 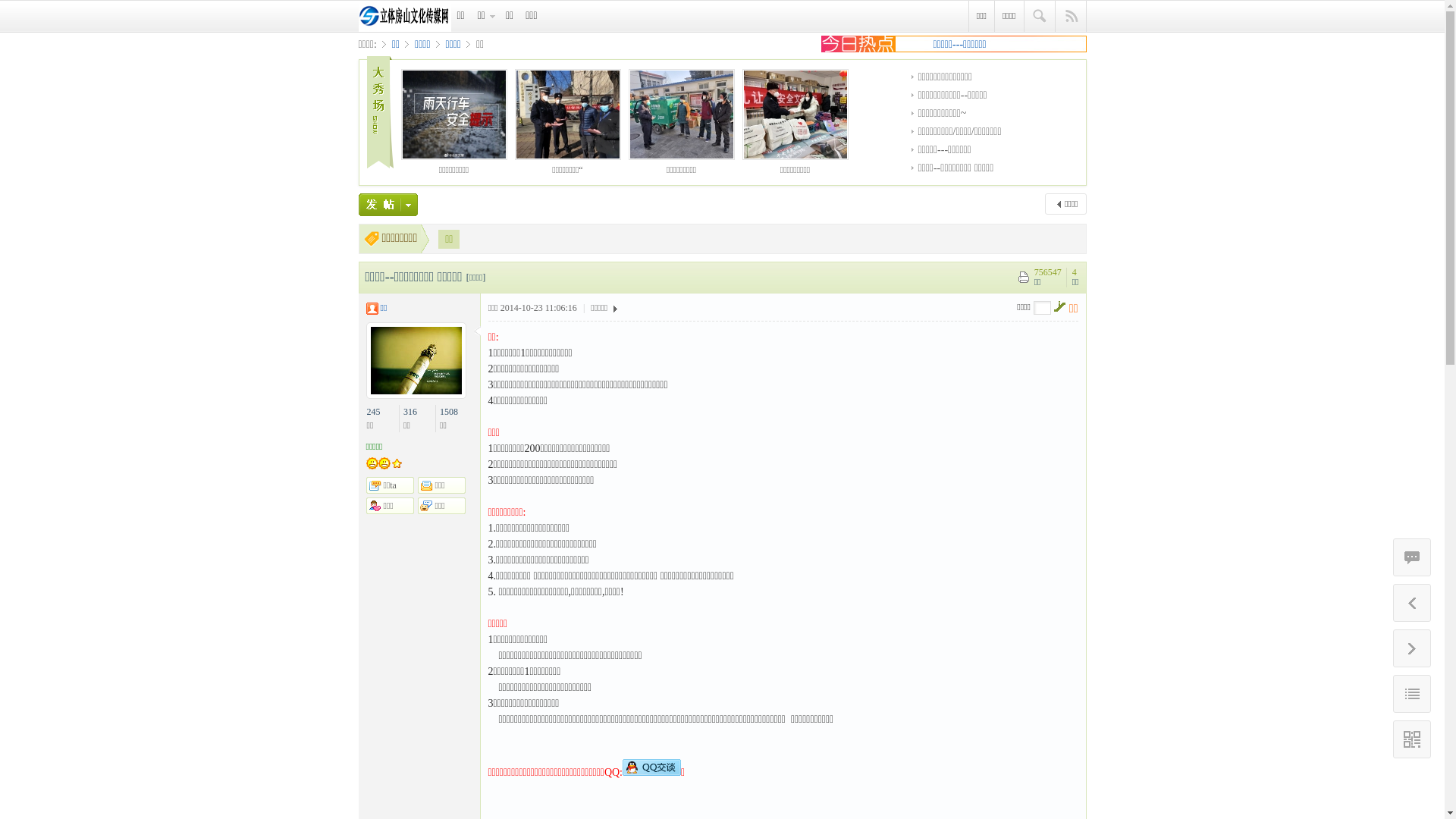 What do you see at coordinates (374, 412) in the screenshot?
I see `'245'` at bounding box center [374, 412].